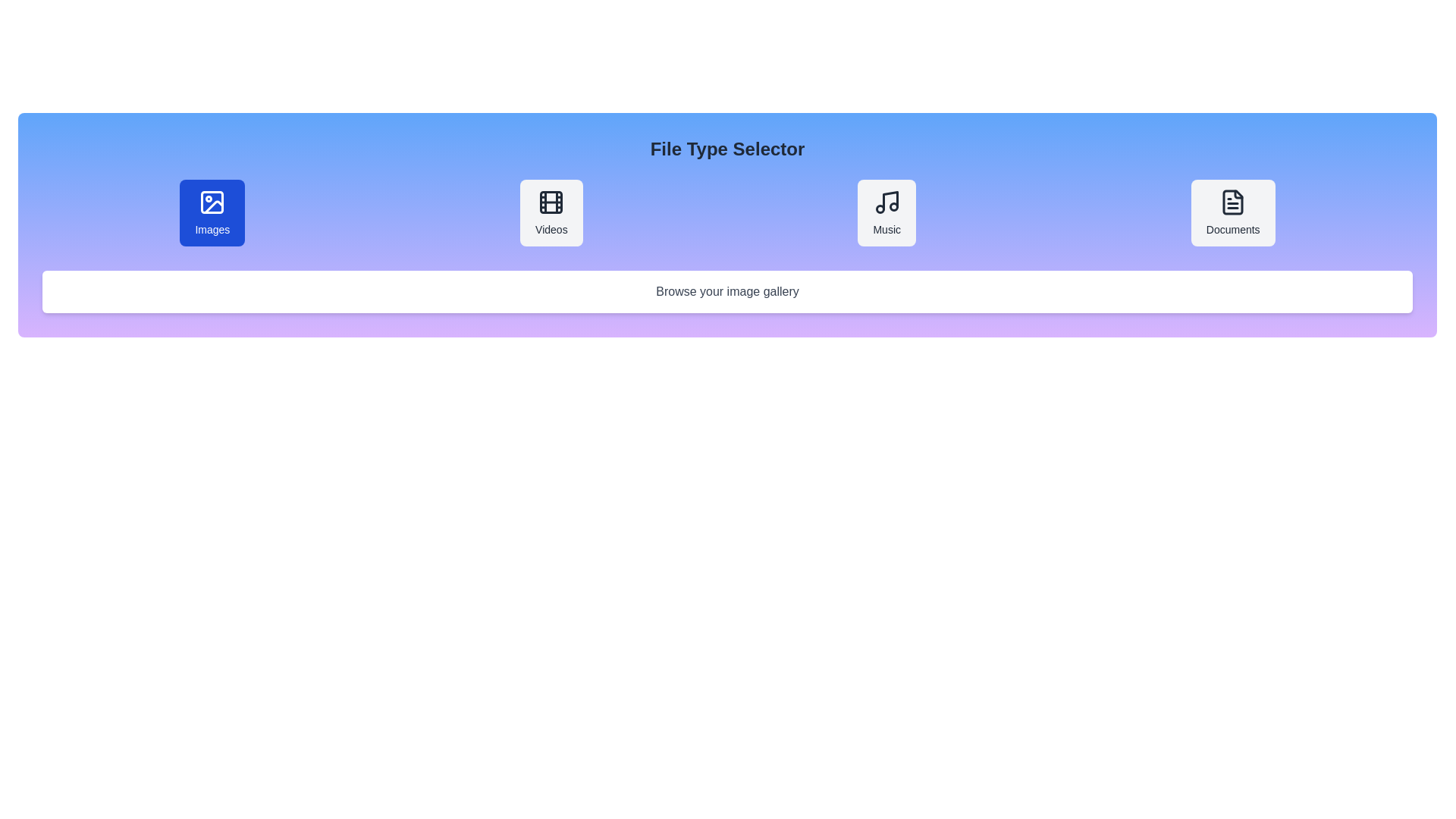 Image resolution: width=1456 pixels, height=819 pixels. Describe the element at coordinates (211, 213) in the screenshot. I see `the file type Images to display its description` at that location.